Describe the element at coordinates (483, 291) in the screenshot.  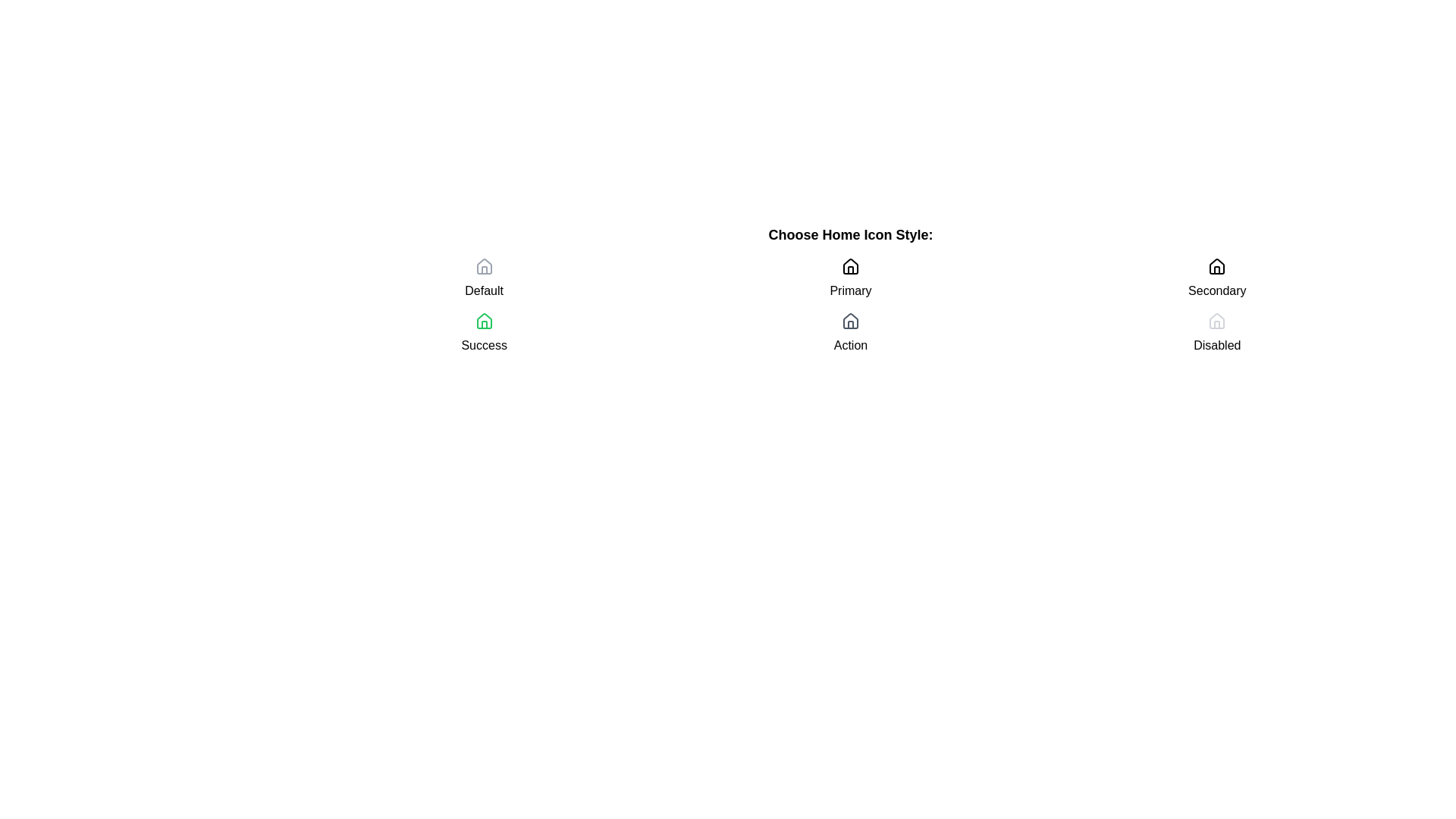
I see `the text label that reads 'Default' in bold black font, positioned between a gray house icon and a green house icon labeled 'Success'` at that location.